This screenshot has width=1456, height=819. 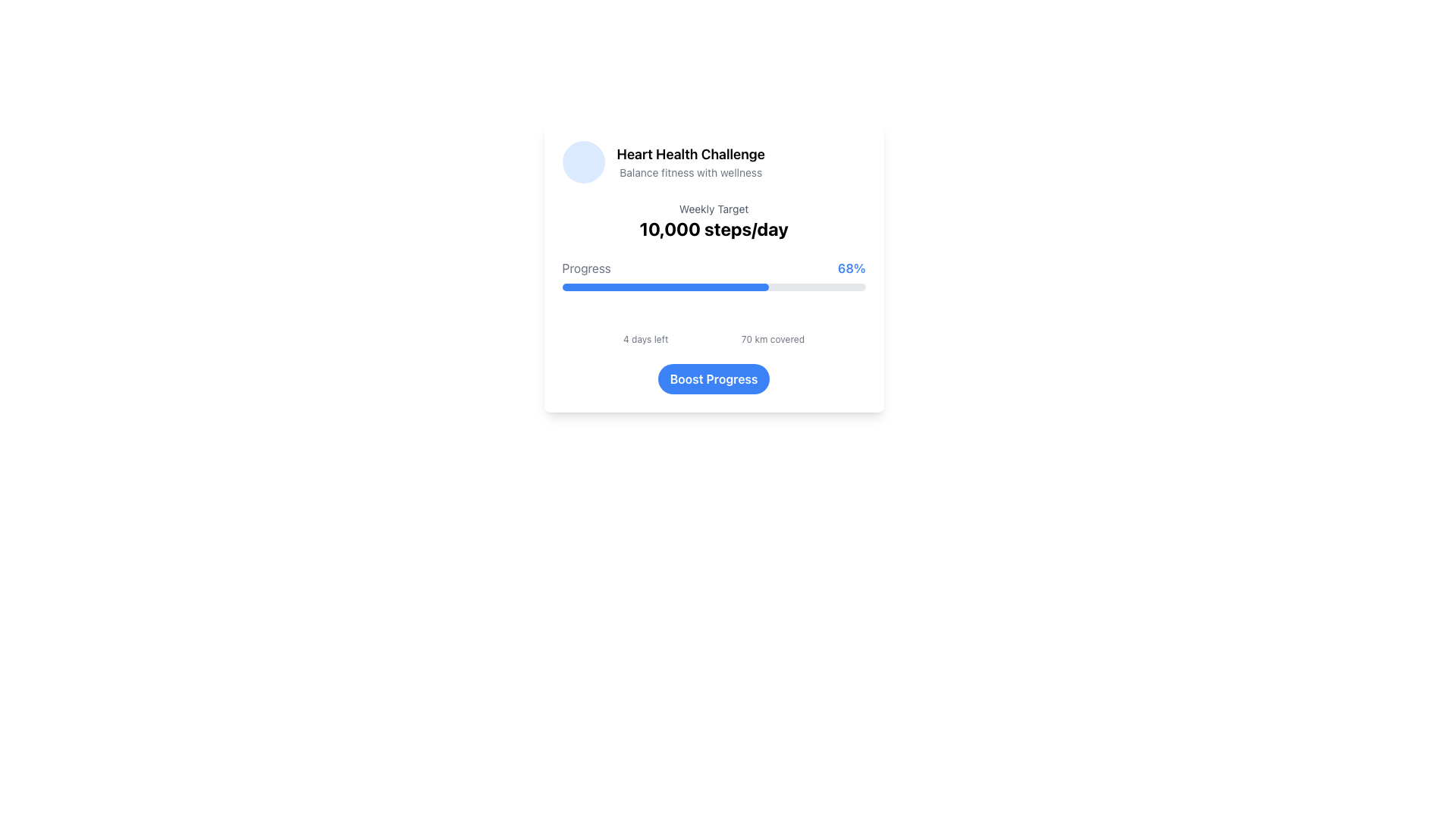 What do you see at coordinates (645, 338) in the screenshot?
I see `the text label displaying '4 days left', which is styled in a small, gray font and located beneath the calendar icon in the fitness challenge interface` at bounding box center [645, 338].